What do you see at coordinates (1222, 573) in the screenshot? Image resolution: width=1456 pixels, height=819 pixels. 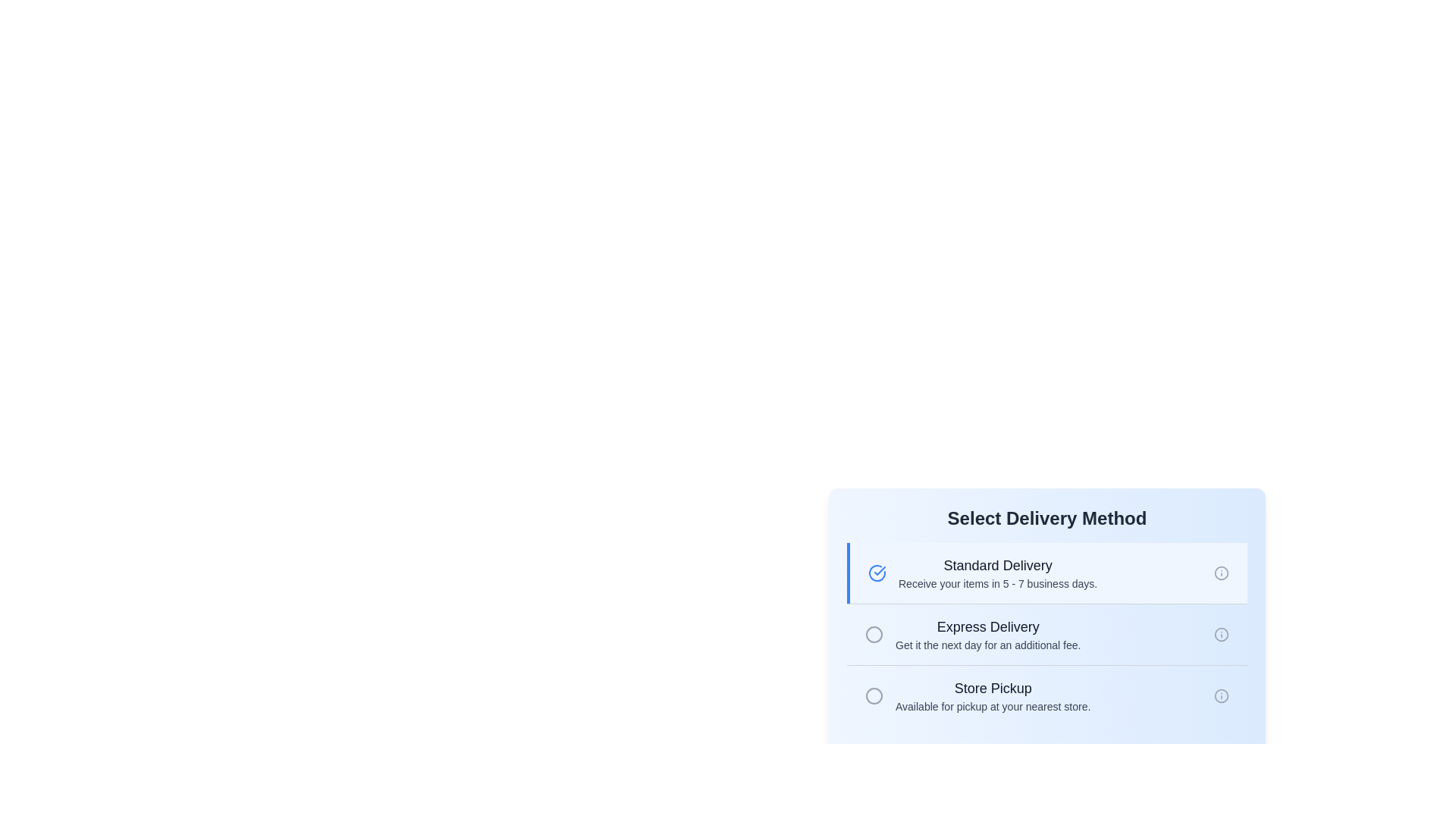 I see `the circular SVG graphic element that is part of the information icon, which is adjacent to the Standard Delivery text in the delivery method selection menu` at bounding box center [1222, 573].